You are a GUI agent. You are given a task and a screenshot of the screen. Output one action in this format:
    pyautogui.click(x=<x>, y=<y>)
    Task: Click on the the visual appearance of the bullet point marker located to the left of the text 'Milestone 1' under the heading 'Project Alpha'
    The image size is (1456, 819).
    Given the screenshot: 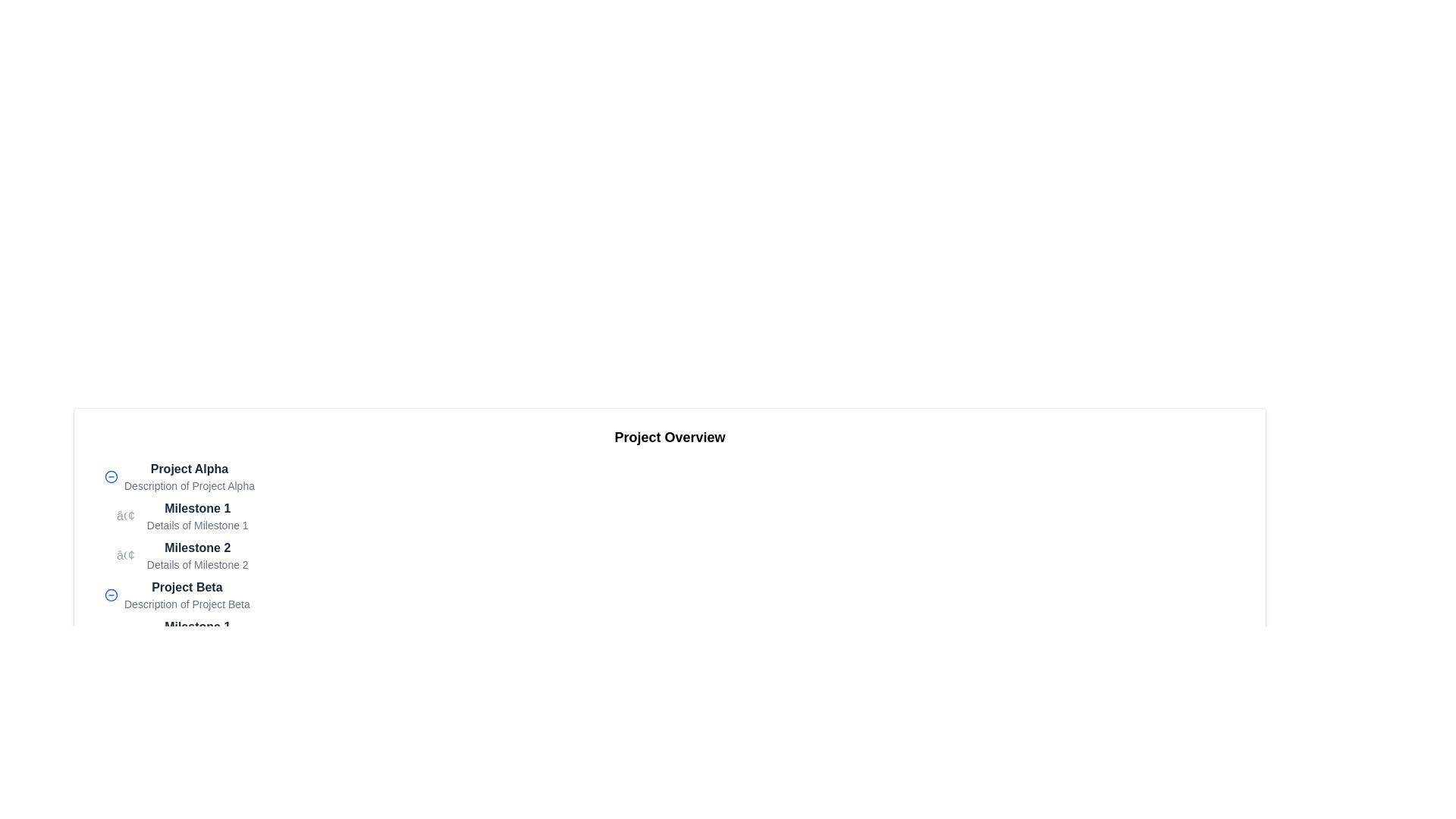 What is the action you would take?
    pyautogui.click(x=125, y=516)
    